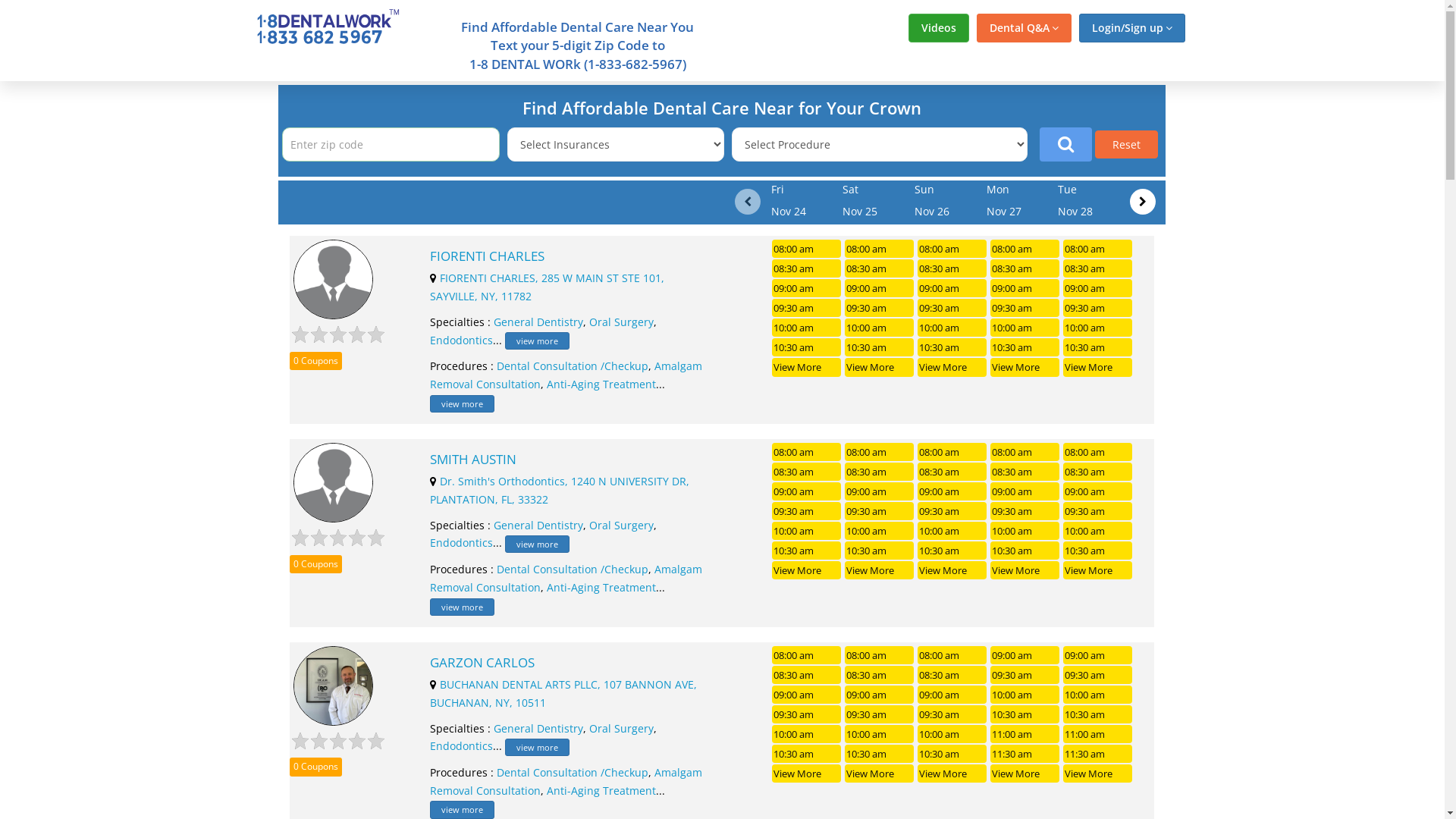 The width and height of the screenshot is (1456, 819). What do you see at coordinates (938, 28) in the screenshot?
I see `'Videos'` at bounding box center [938, 28].